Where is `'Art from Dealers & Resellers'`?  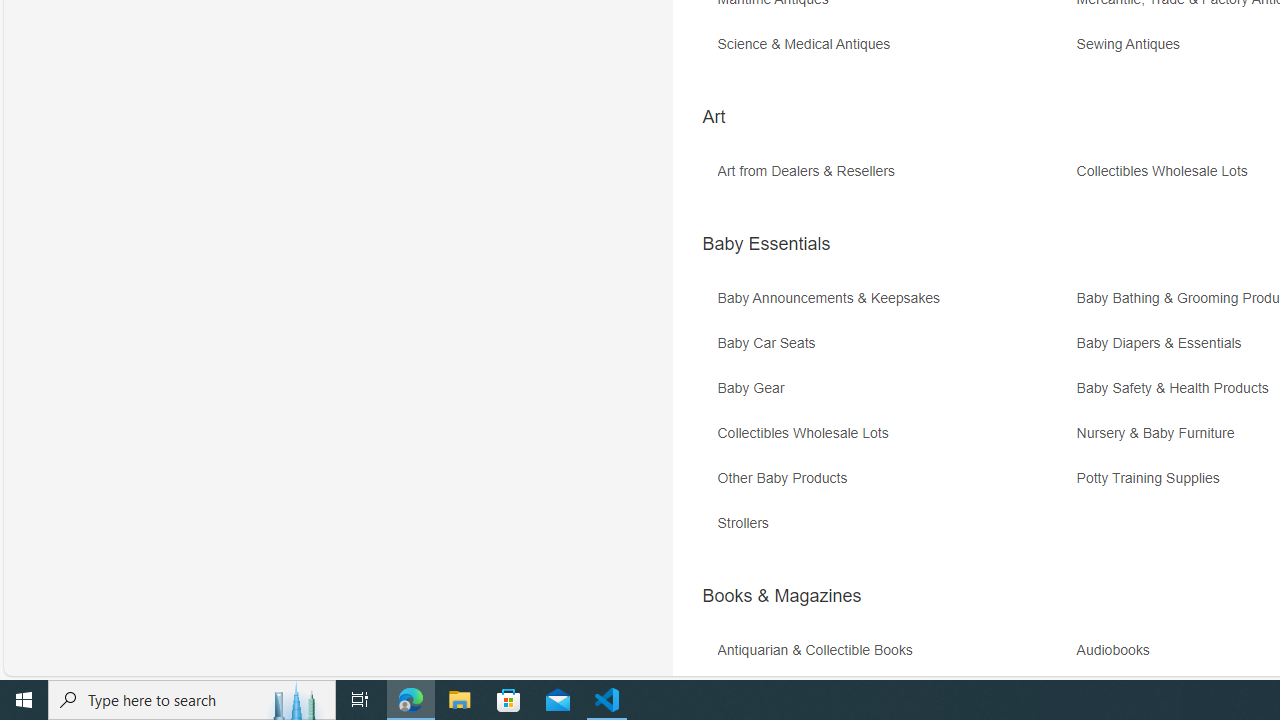
'Art from Dealers & Resellers' is located at coordinates (893, 177).